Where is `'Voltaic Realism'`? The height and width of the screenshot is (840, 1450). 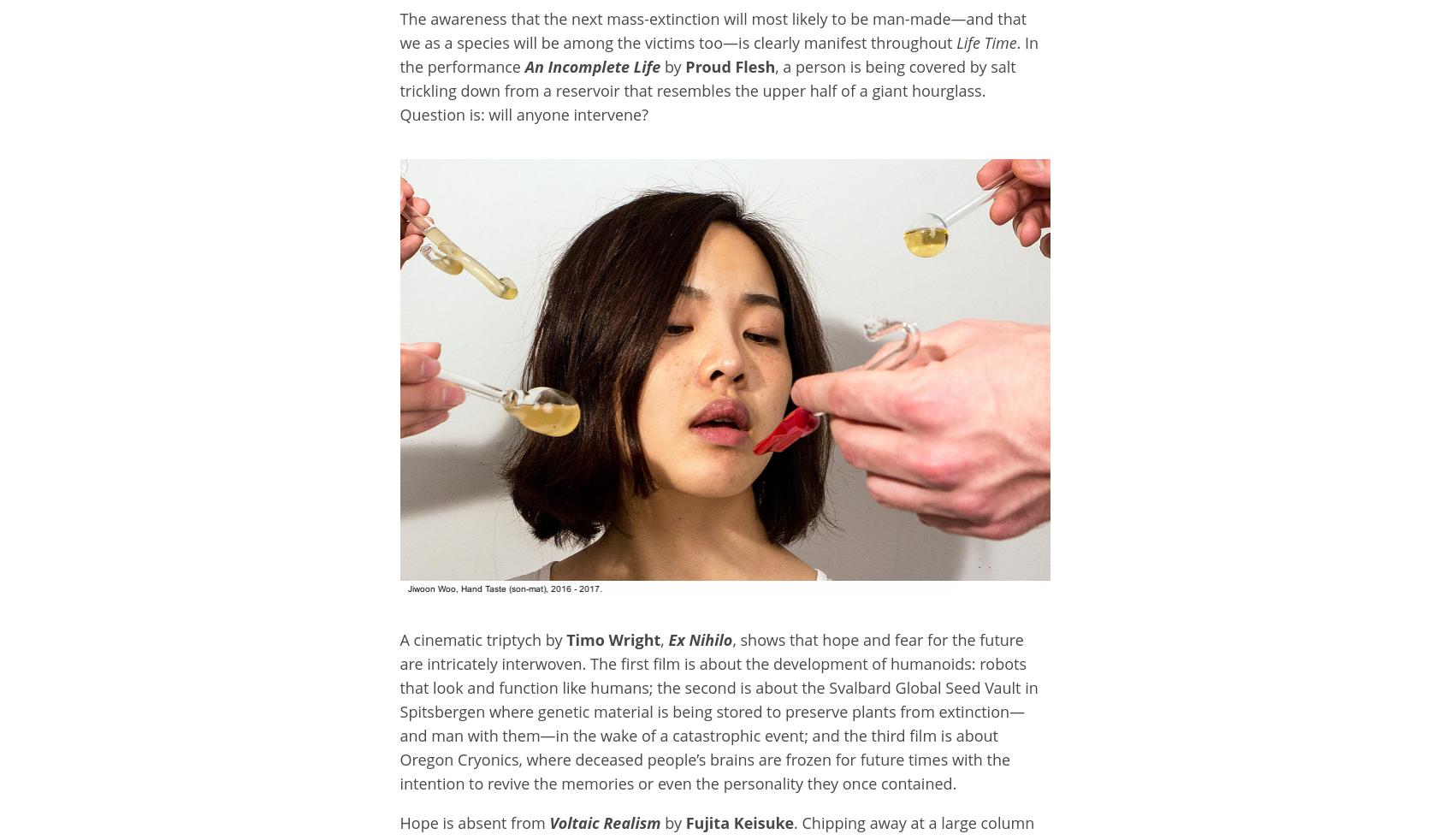 'Voltaic Realism' is located at coordinates (604, 824).